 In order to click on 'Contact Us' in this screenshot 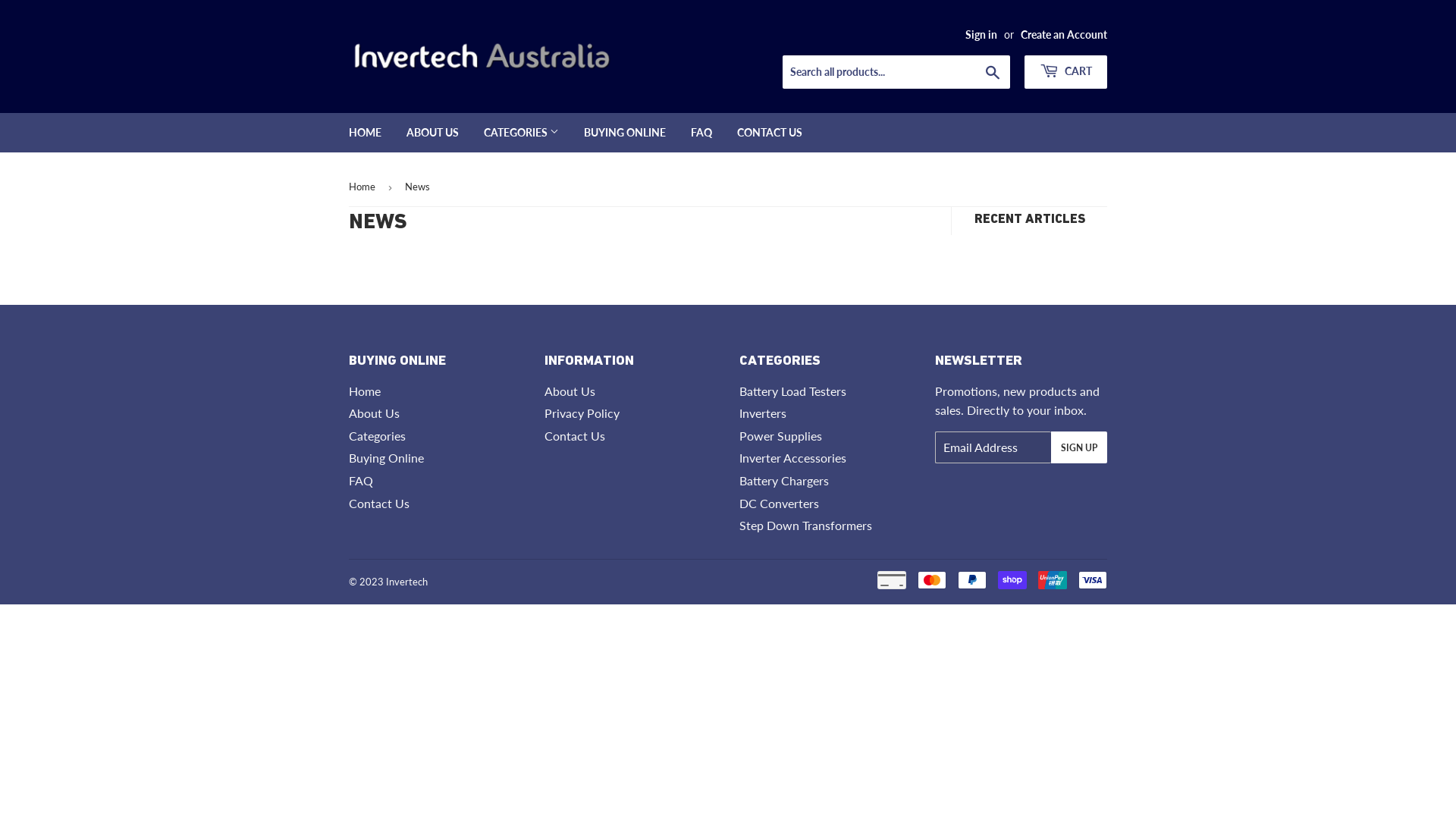, I will do `click(574, 435)`.